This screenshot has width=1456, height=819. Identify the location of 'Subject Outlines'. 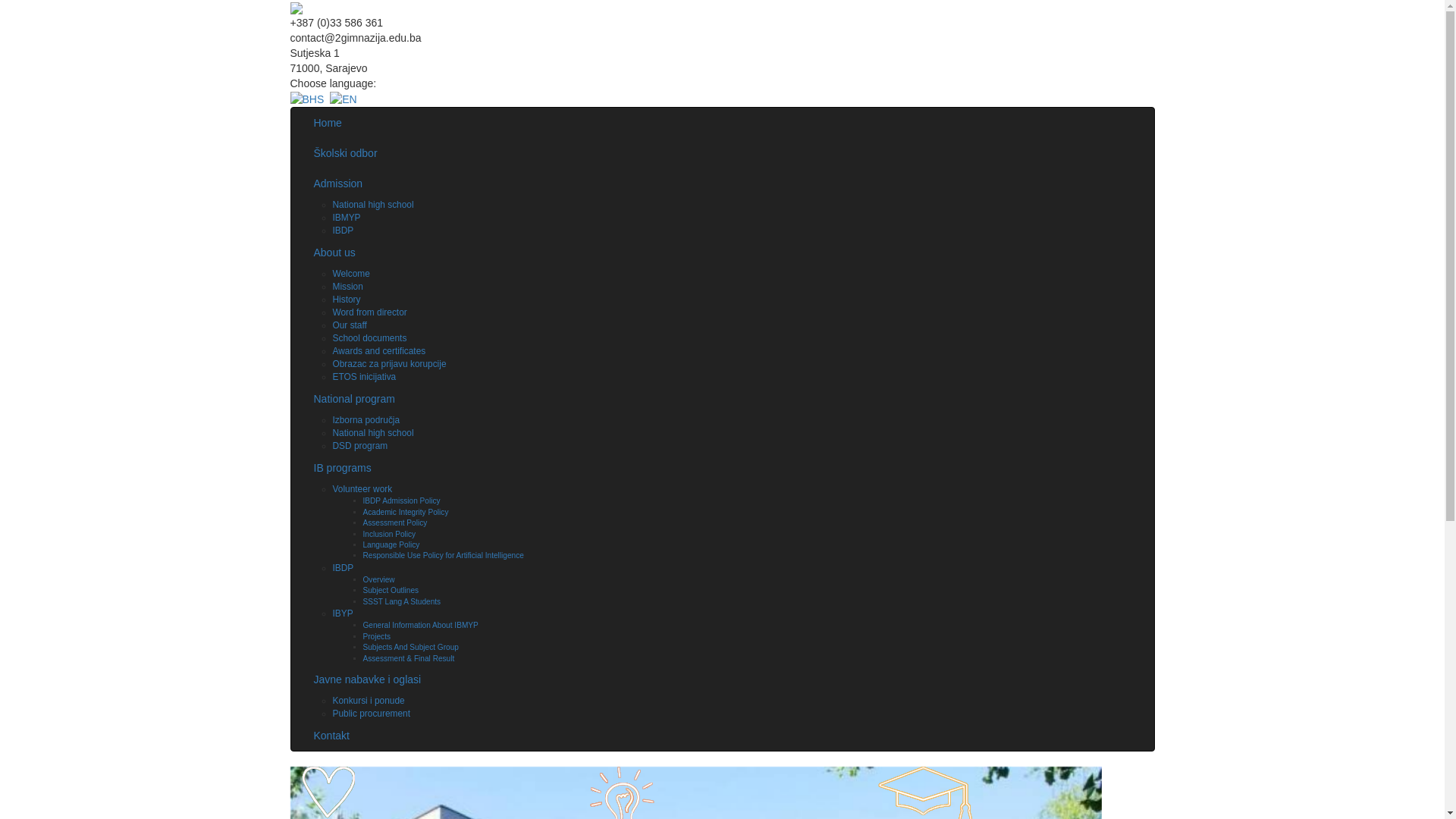
(390, 589).